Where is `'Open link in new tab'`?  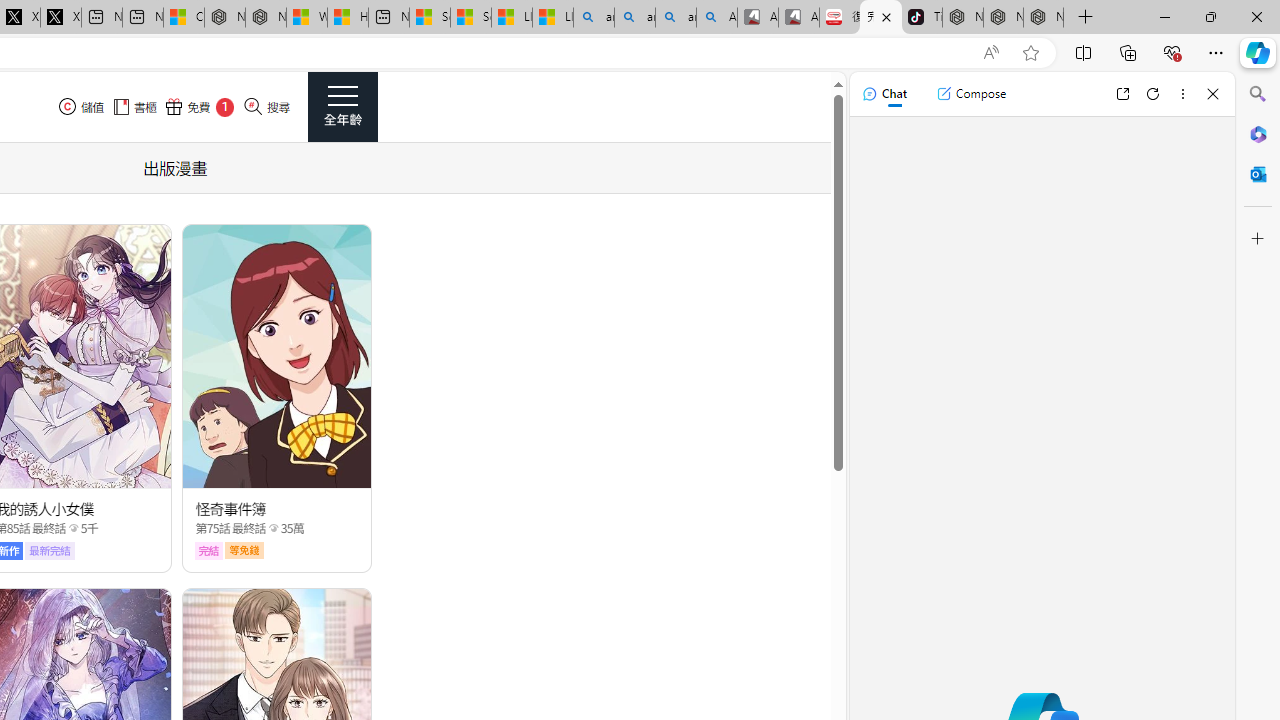
'Open link in new tab' is located at coordinates (1122, 93).